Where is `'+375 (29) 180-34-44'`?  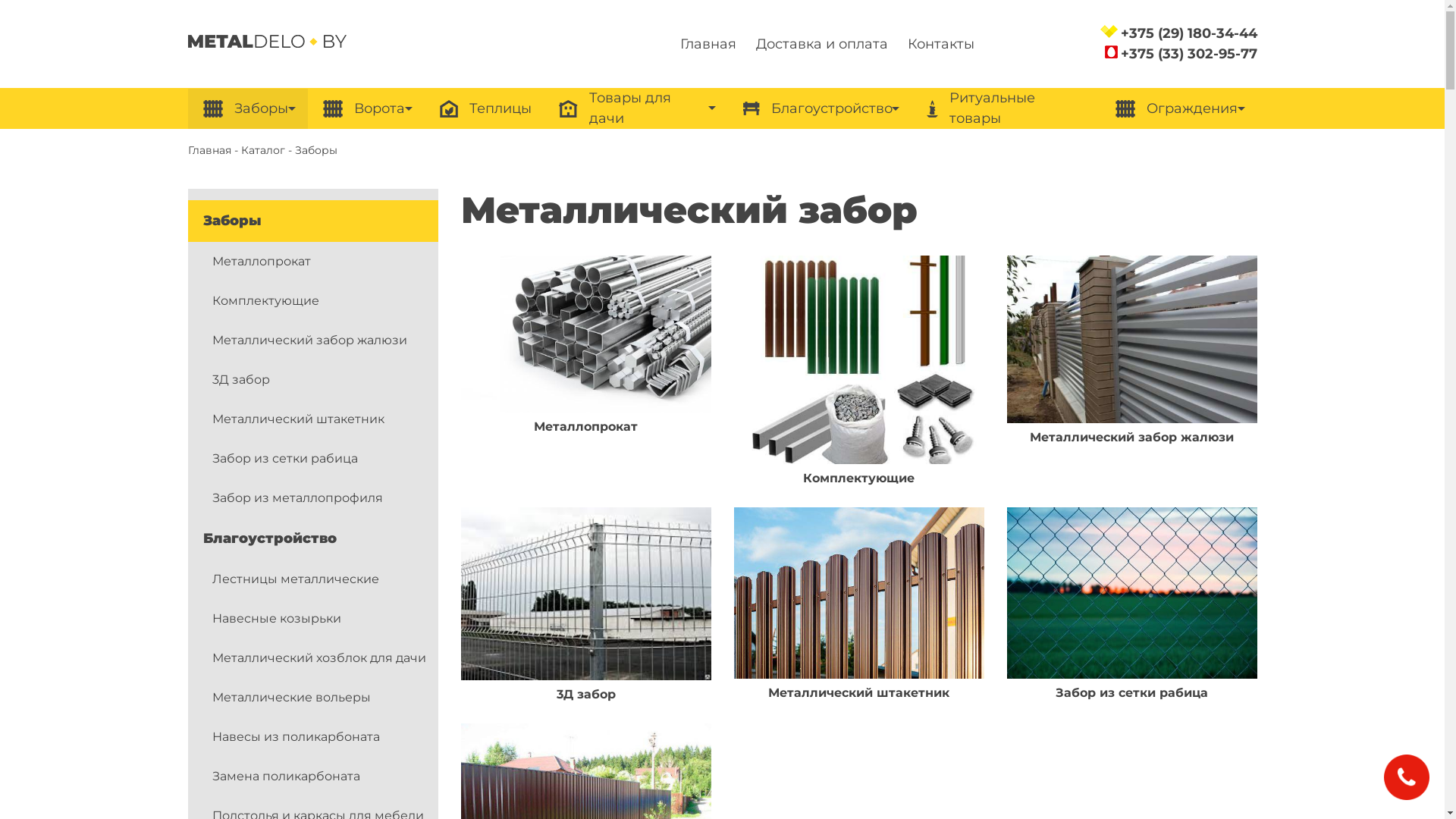
'+375 (29) 180-34-44' is located at coordinates (1188, 33).